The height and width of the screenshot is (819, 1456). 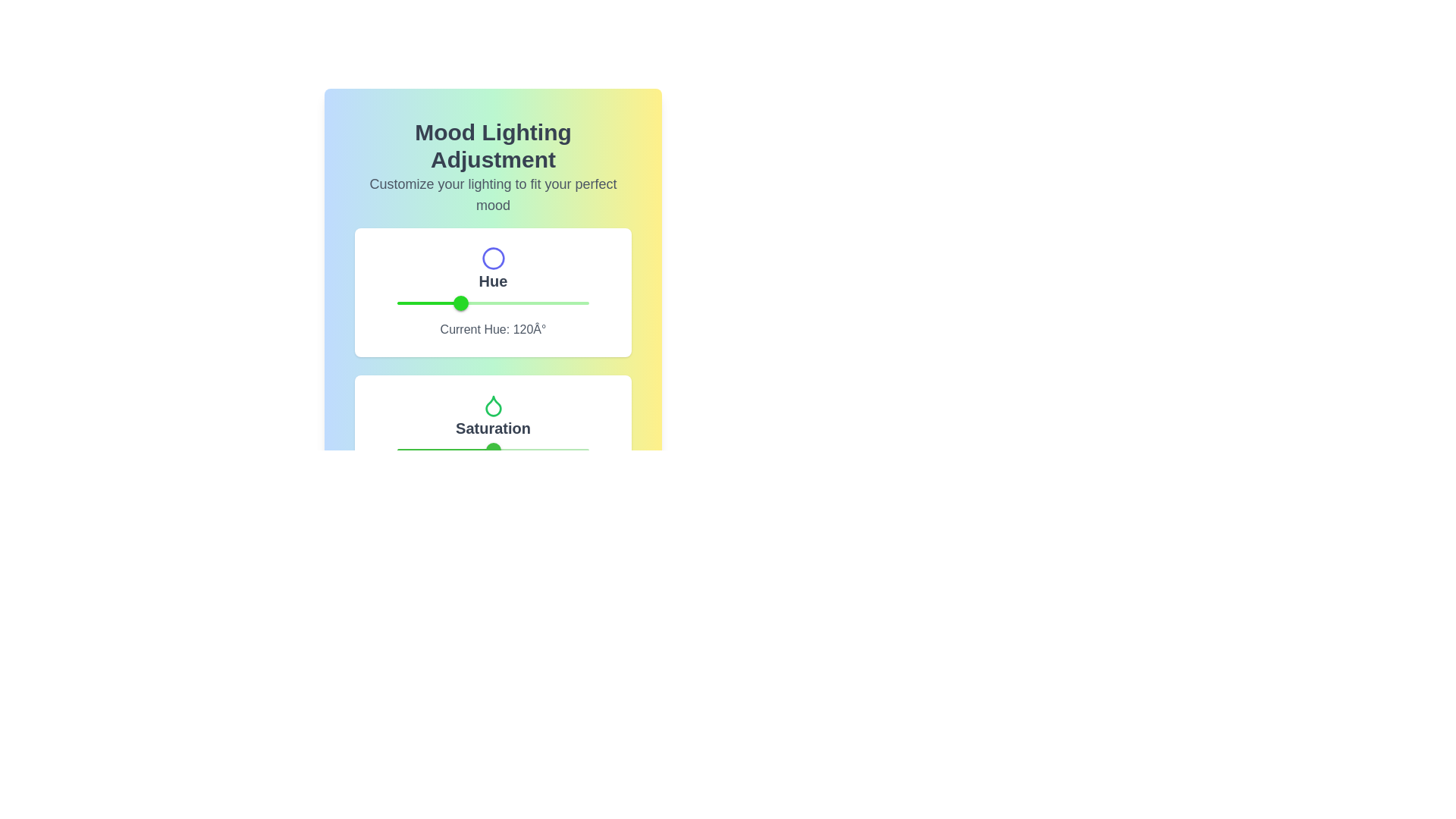 I want to click on the saturation, so click(x=422, y=450).